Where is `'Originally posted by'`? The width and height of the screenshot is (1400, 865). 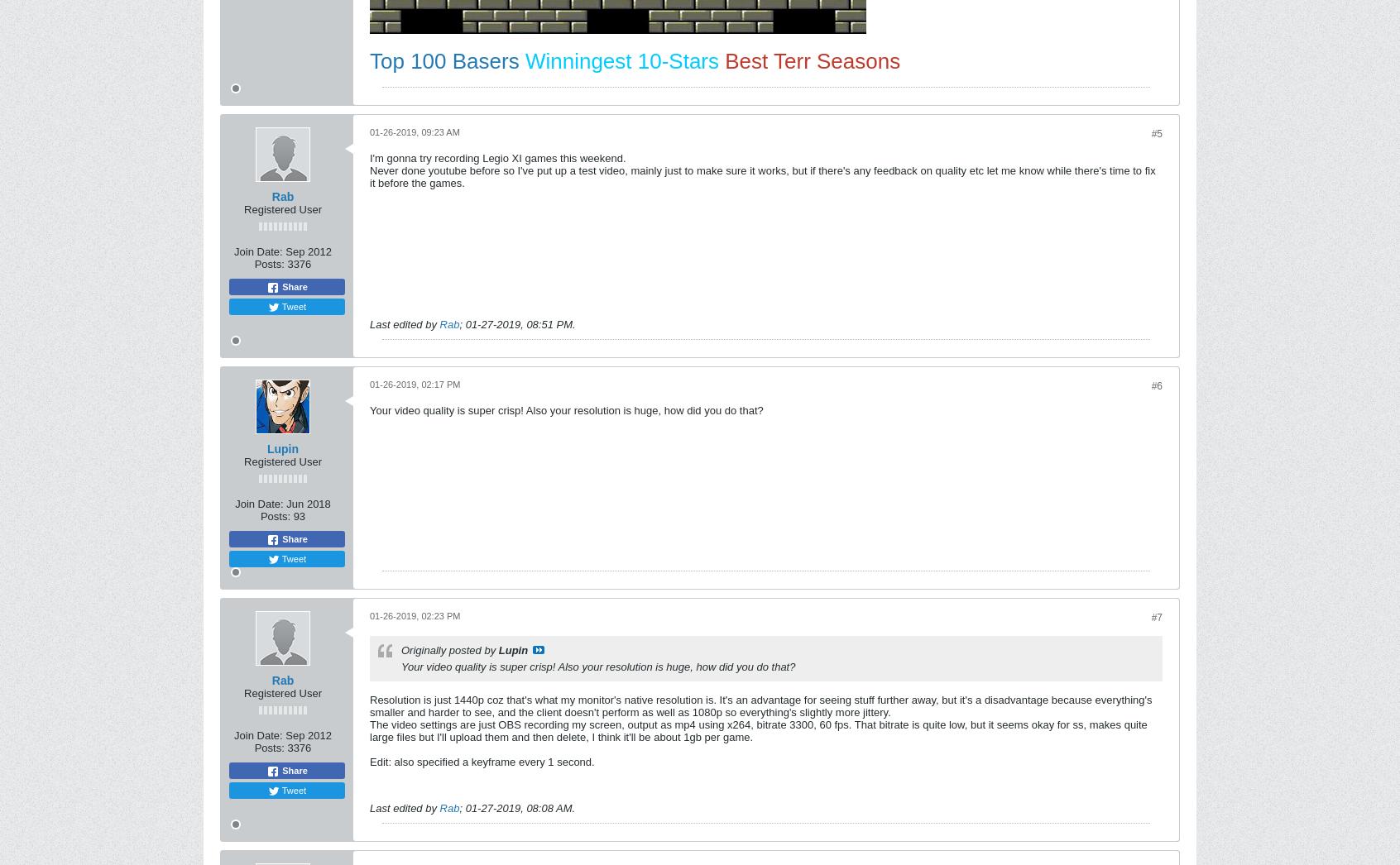
'Originally posted by' is located at coordinates (449, 650).